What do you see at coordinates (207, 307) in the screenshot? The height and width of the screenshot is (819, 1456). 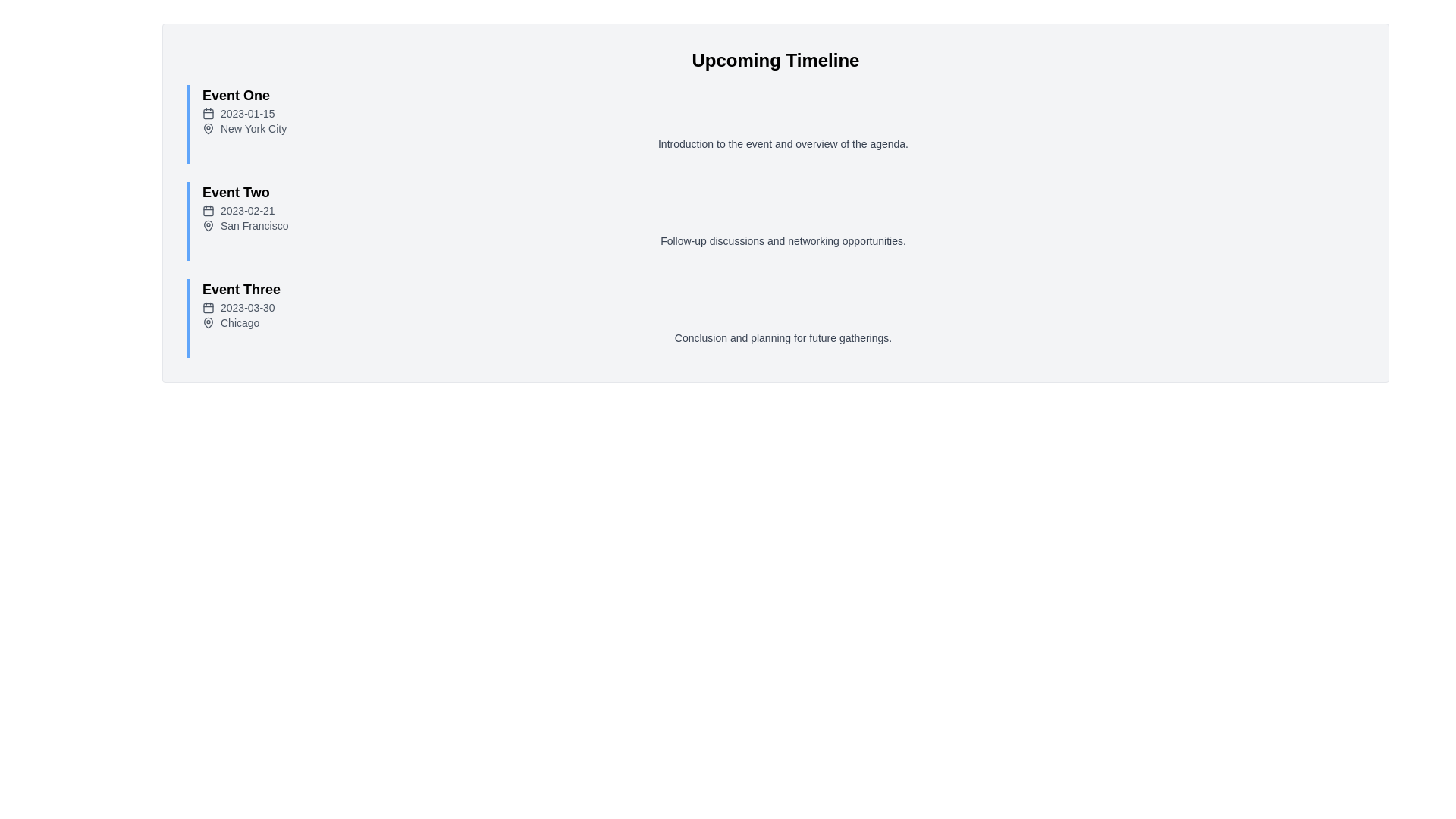 I see `the calendar icon located to the left of the date '2023-03-30' under the 'Event Three' title in the events list` at bounding box center [207, 307].